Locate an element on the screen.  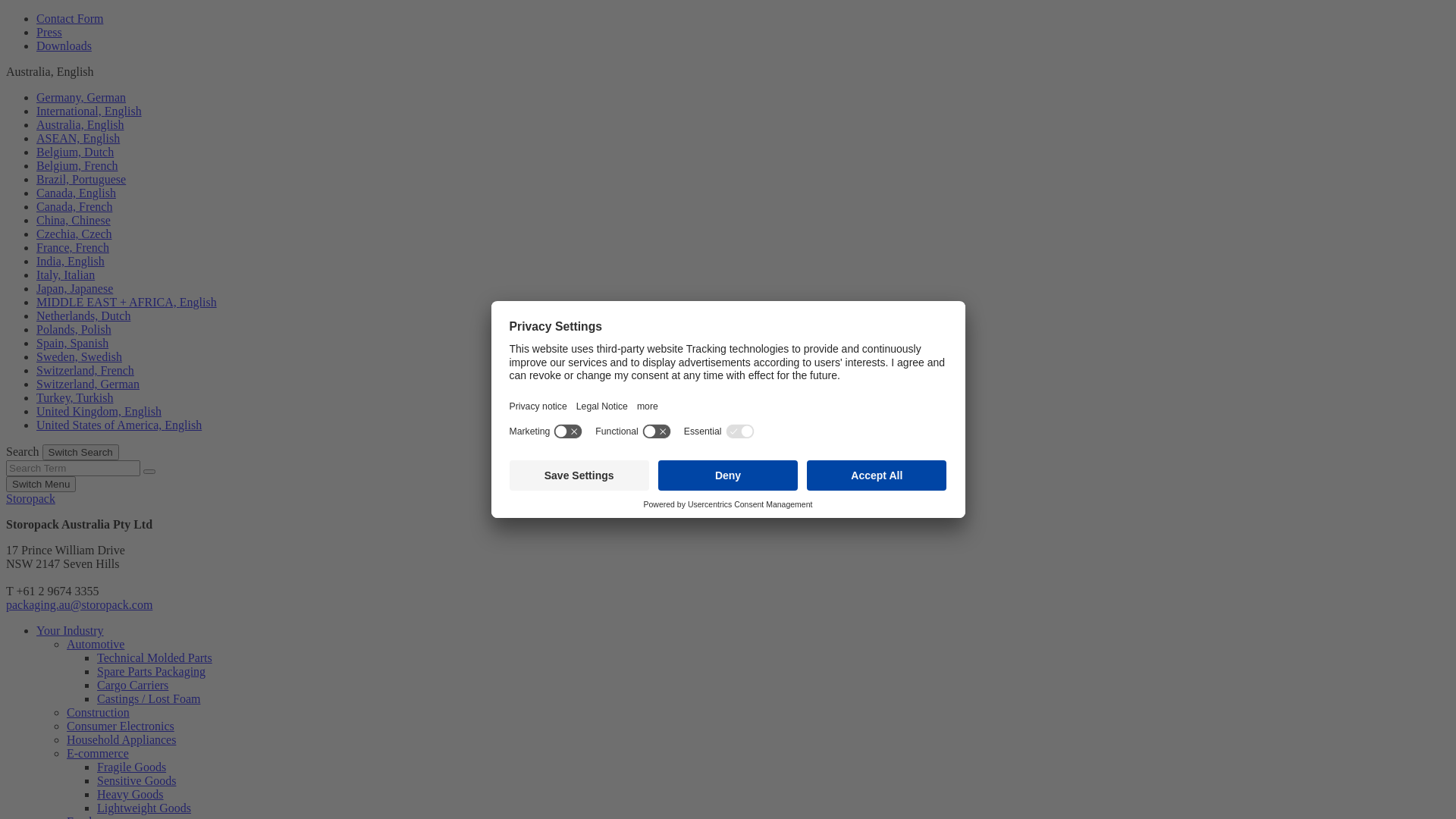
'Cargo Carriers' is located at coordinates (132, 685).